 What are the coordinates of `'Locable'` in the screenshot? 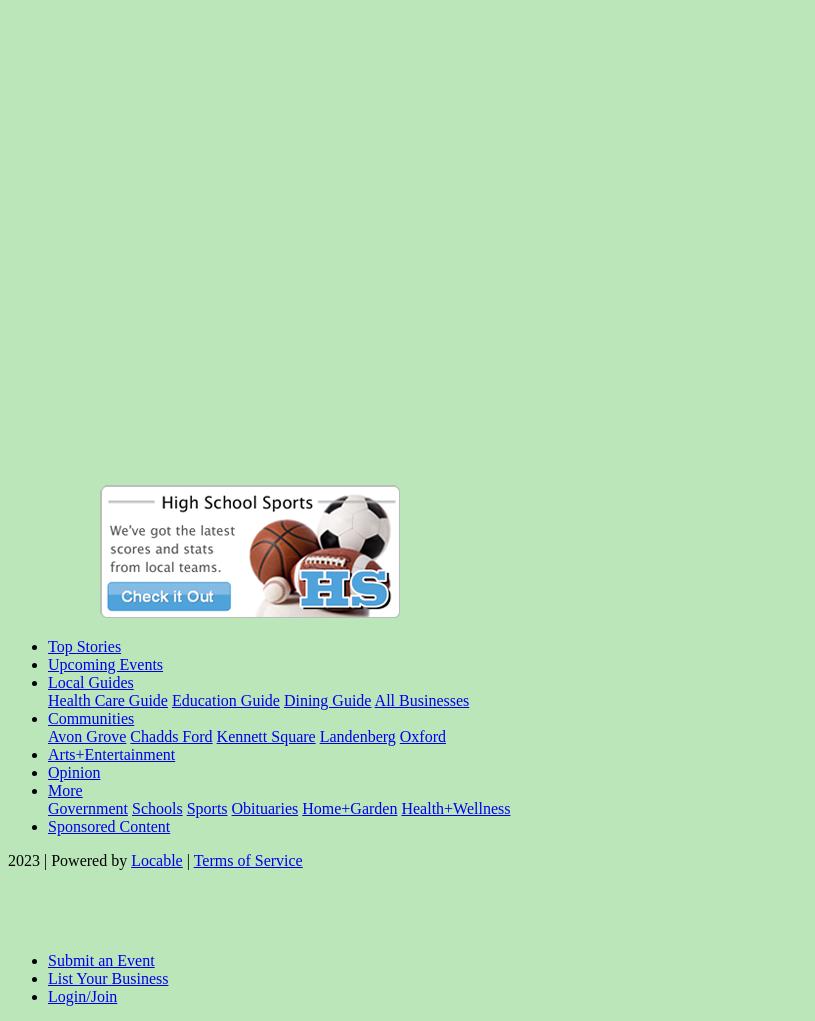 It's located at (156, 860).